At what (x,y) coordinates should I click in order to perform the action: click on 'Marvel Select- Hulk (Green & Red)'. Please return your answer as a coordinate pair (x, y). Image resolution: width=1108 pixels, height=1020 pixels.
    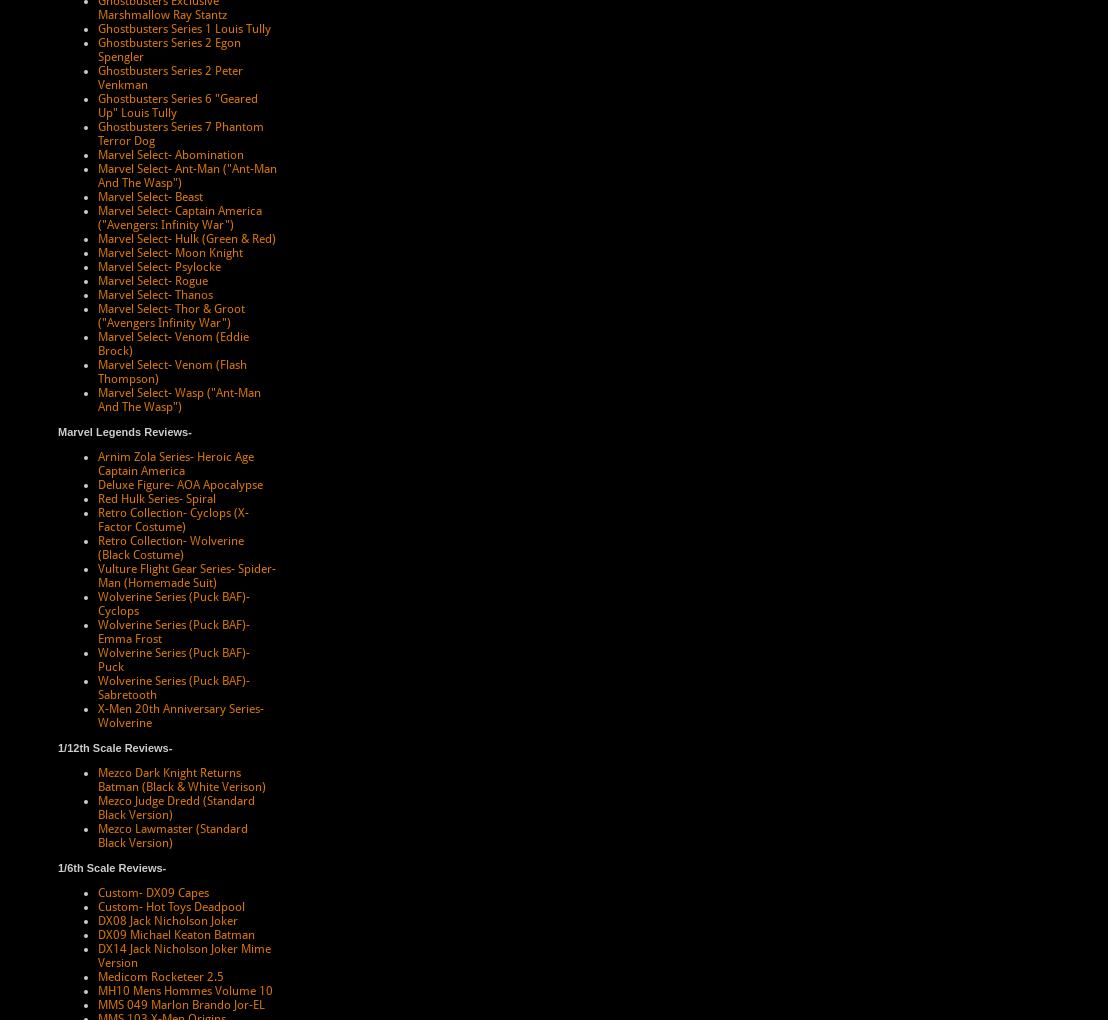
    Looking at the image, I should click on (97, 238).